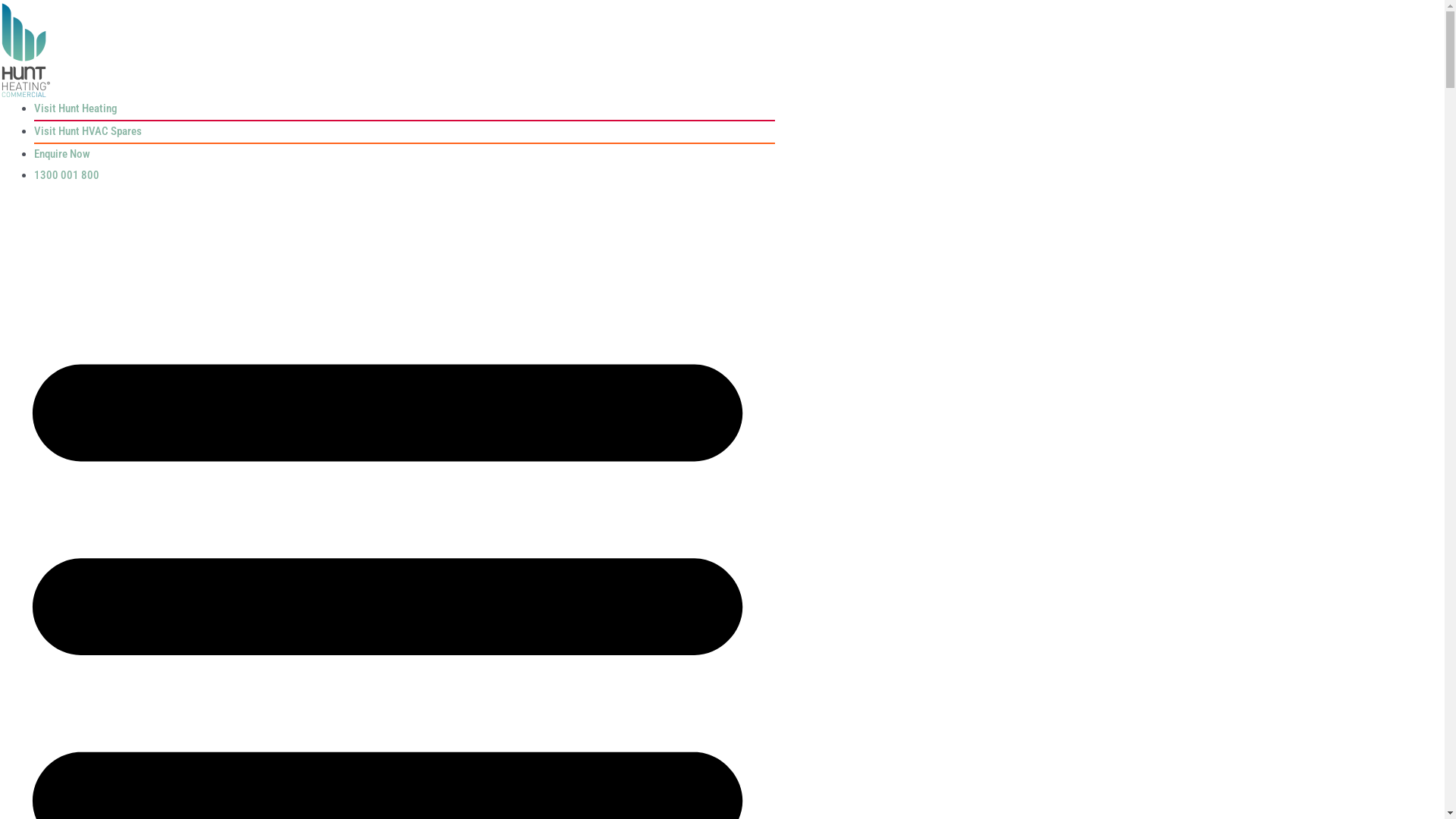  Describe the element at coordinates (74, 107) in the screenshot. I see `'Visit Hunt Heating'` at that location.